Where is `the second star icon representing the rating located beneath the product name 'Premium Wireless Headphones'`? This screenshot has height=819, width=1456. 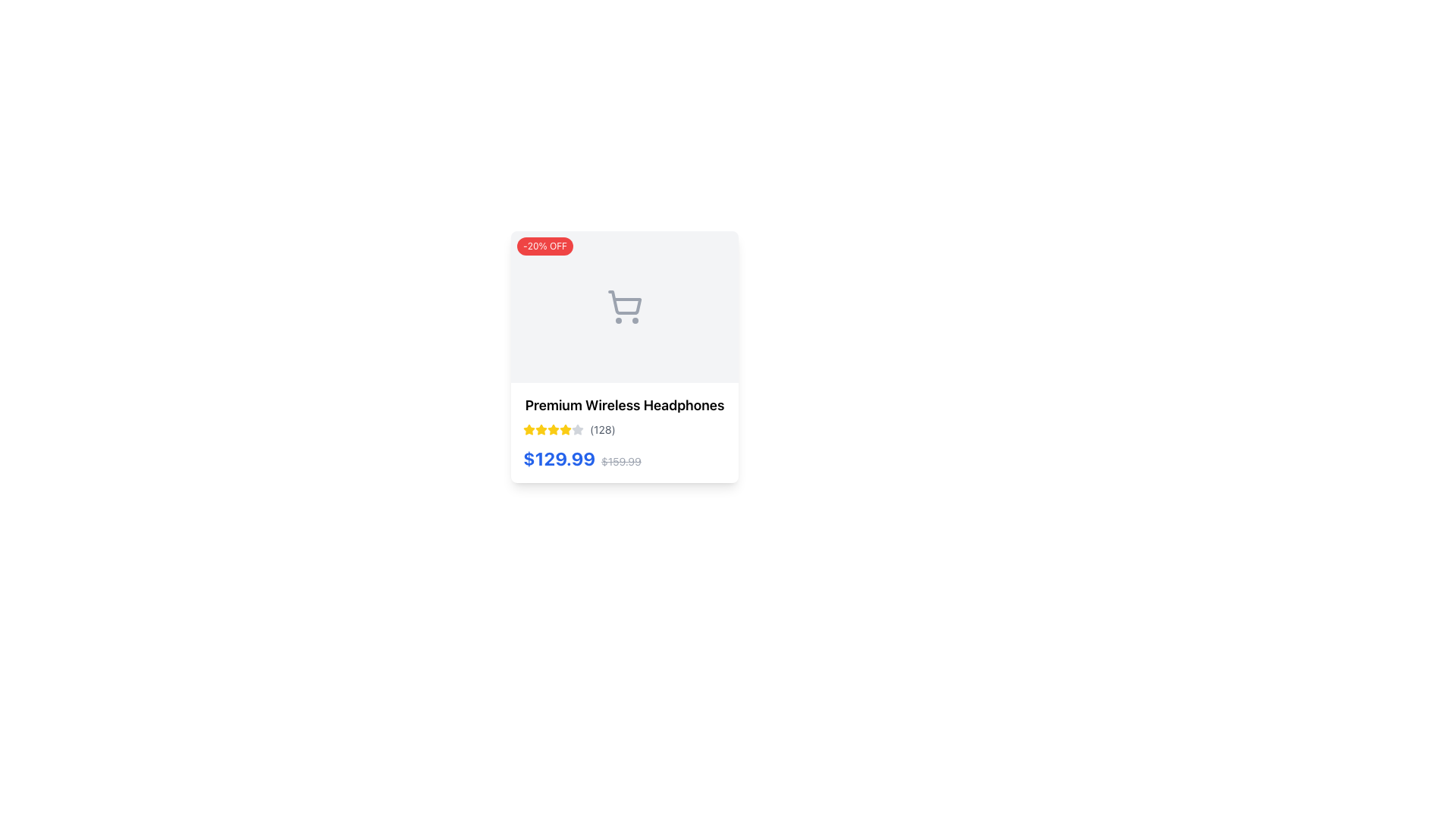 the second star icon representing the rating located beneath the product name 'Premium Wireless Headphones' is located at coordinates (541, 429).